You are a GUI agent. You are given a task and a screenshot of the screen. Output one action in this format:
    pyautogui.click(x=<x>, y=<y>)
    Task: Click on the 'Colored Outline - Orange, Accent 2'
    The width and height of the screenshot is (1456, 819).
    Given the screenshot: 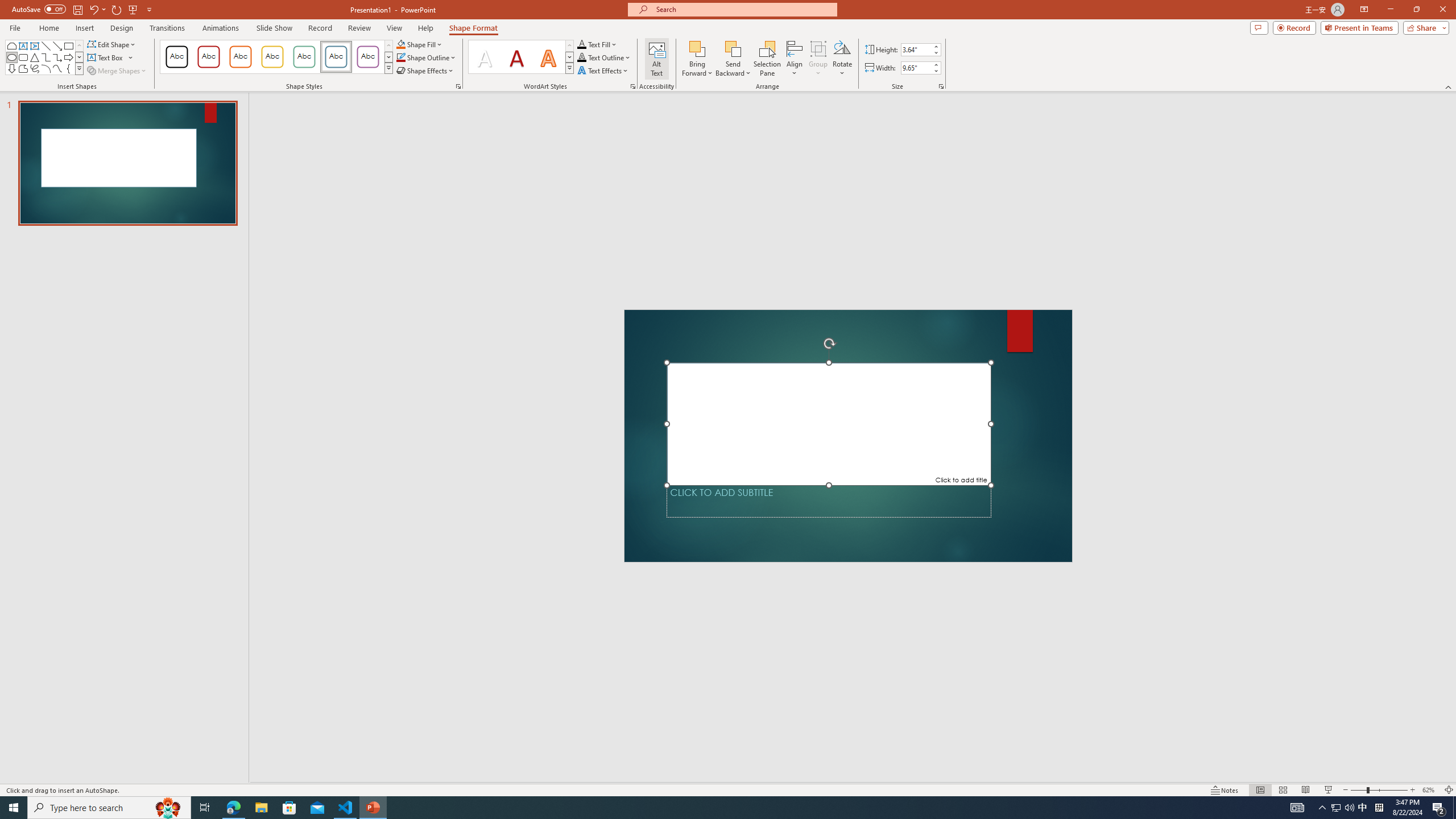 What is the action you would take?
    pyautogui.click(x=239, y=56)
    